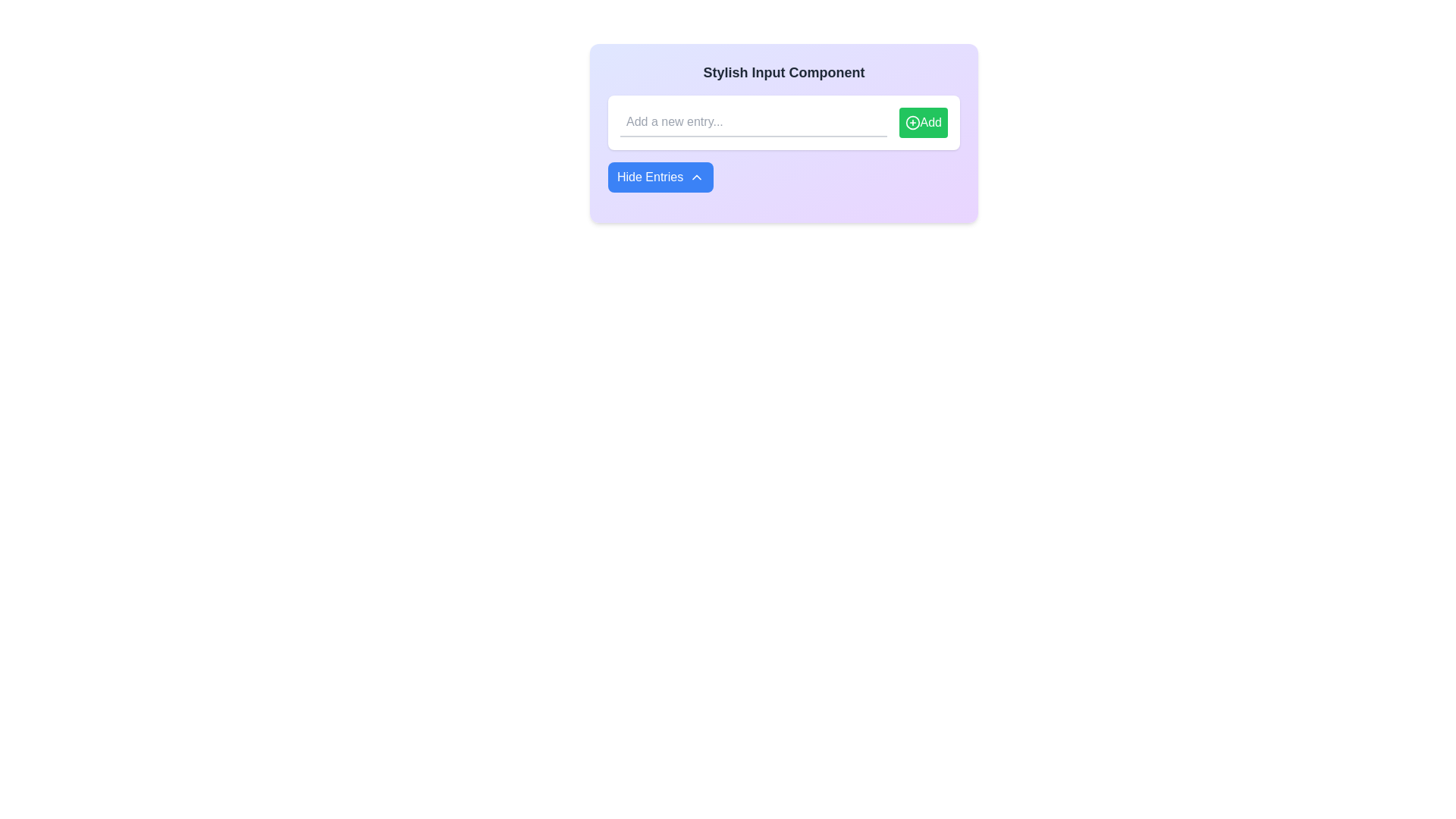 The width and height of the screenshot is (1456, 819). What do you see at coordinates (696, 177) in the screenshot?
I see `the icon located to the right of the text within the 'Hide Entries' button to trigger a tooltip or hover effect` at bounding box center [696, 177].